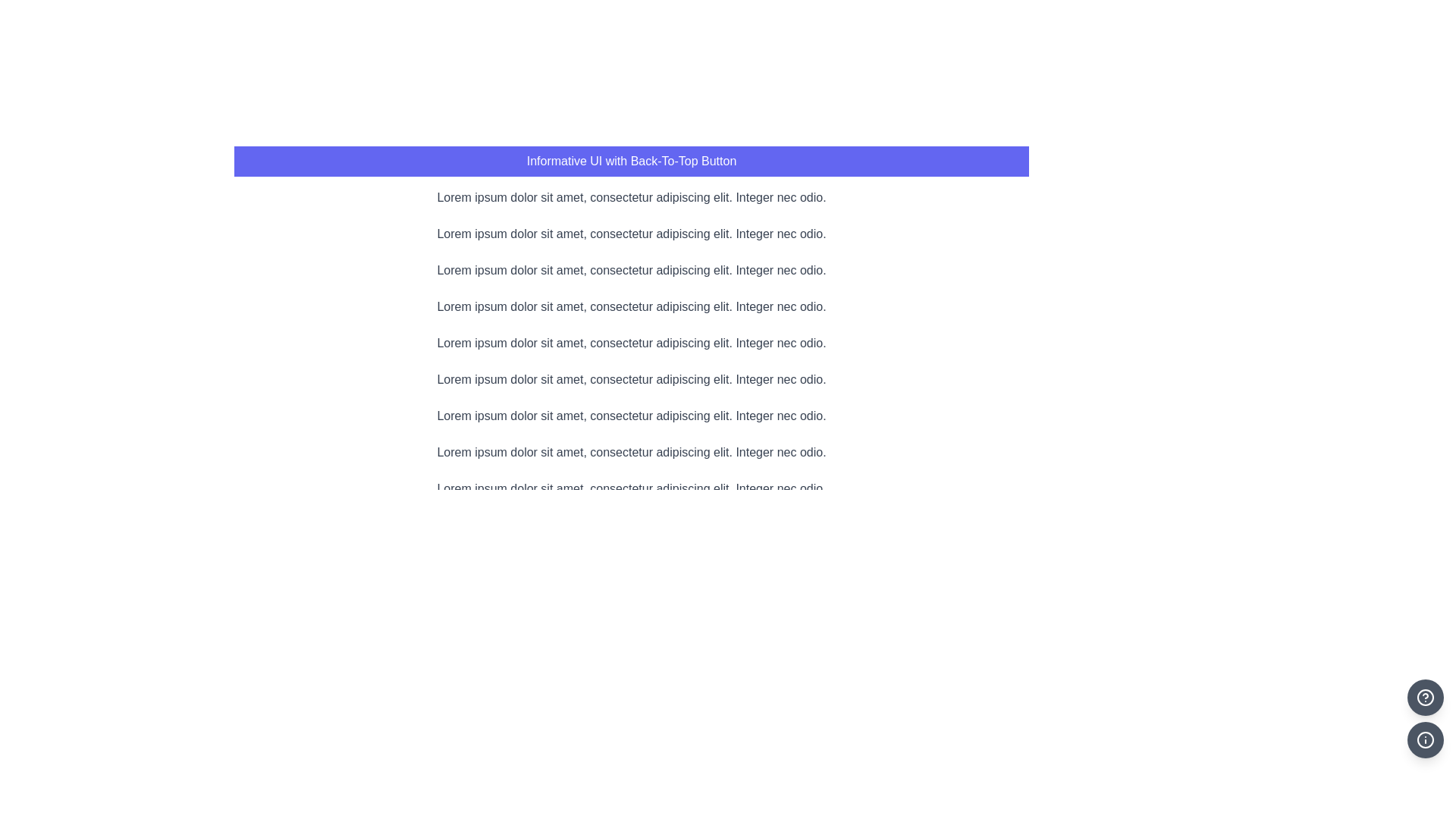 The width and height of the screenshot is (1456, 819). Describe the element at coordinates (632, 270) in the screenshot. I see `text displayed in the third item of a vertically arranged sequence of text entries, positioned between the second and fourth lines` at that location.